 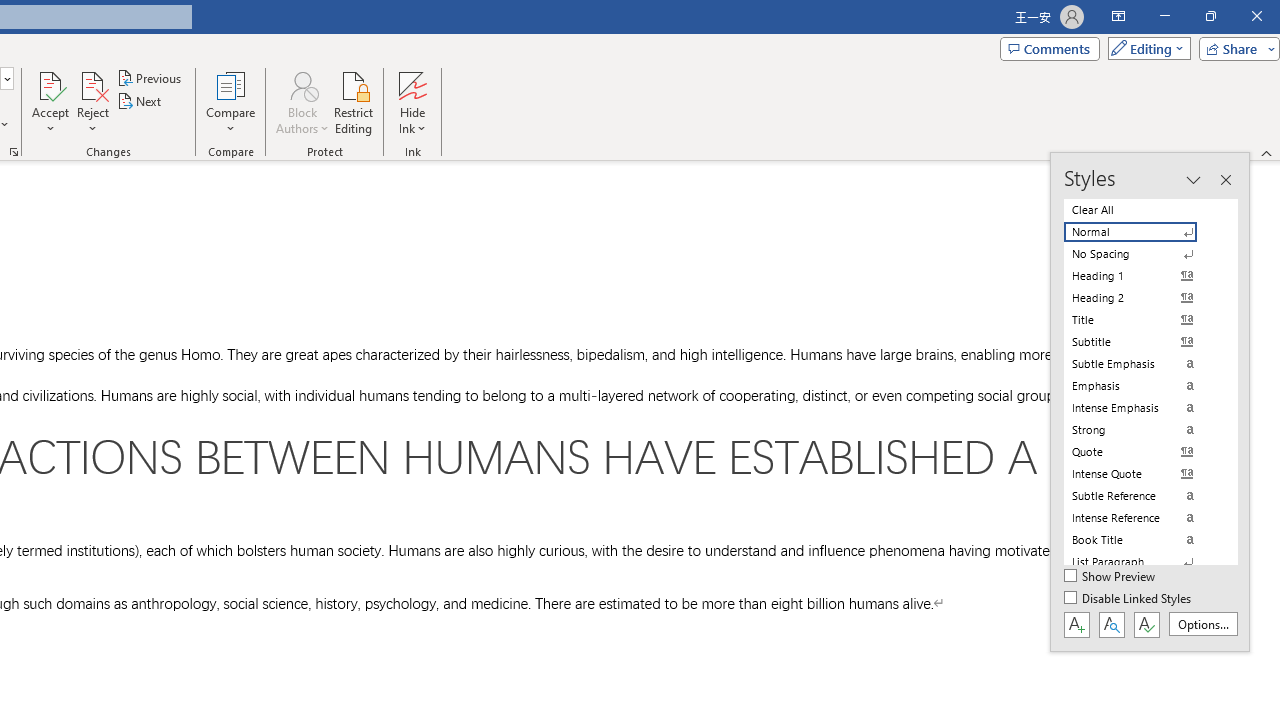 I want to click on 'Clear All', so click(x=1142, y=209).